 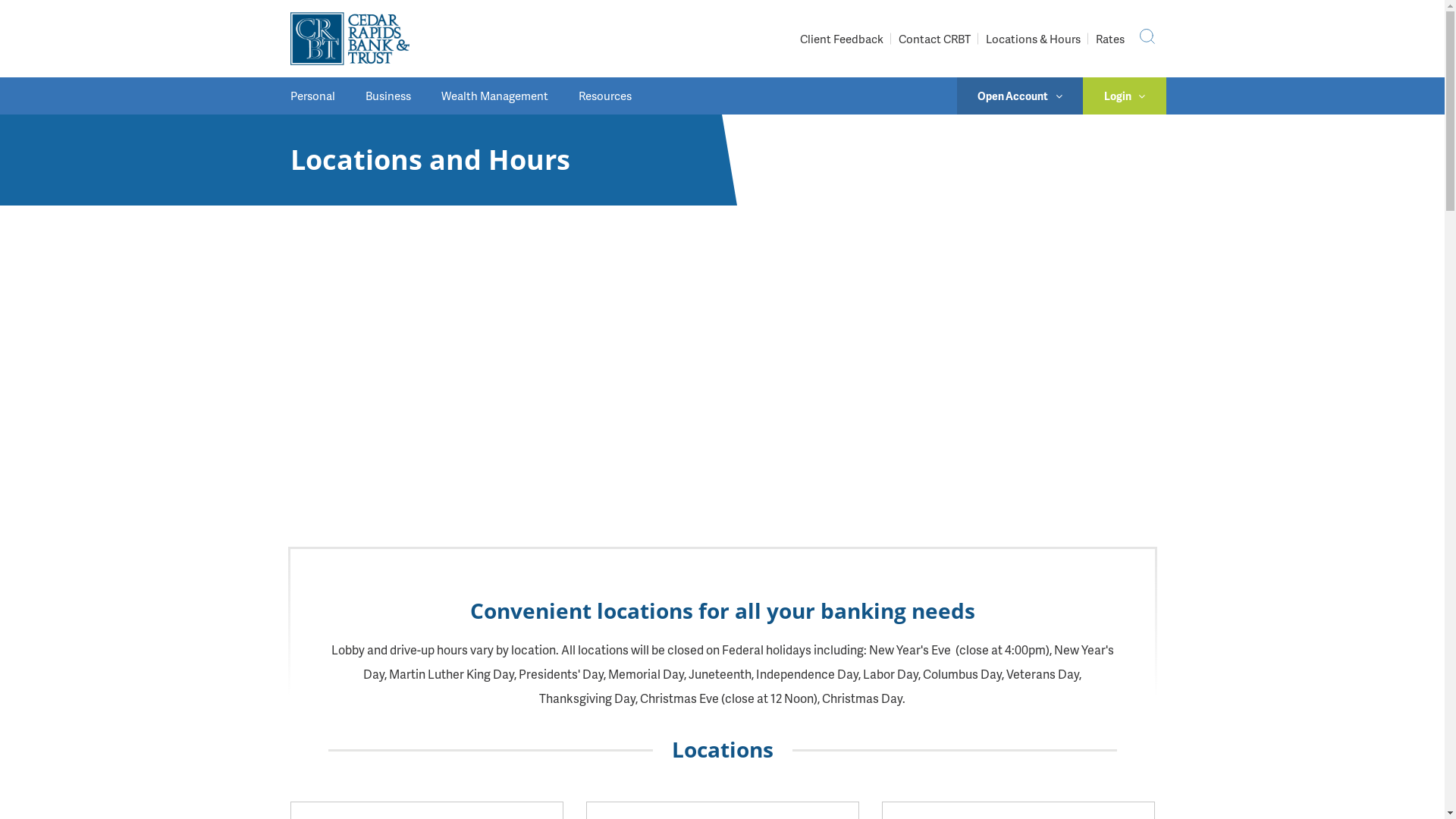 I want to click on 'Rates', so click(x=1109, y=37).